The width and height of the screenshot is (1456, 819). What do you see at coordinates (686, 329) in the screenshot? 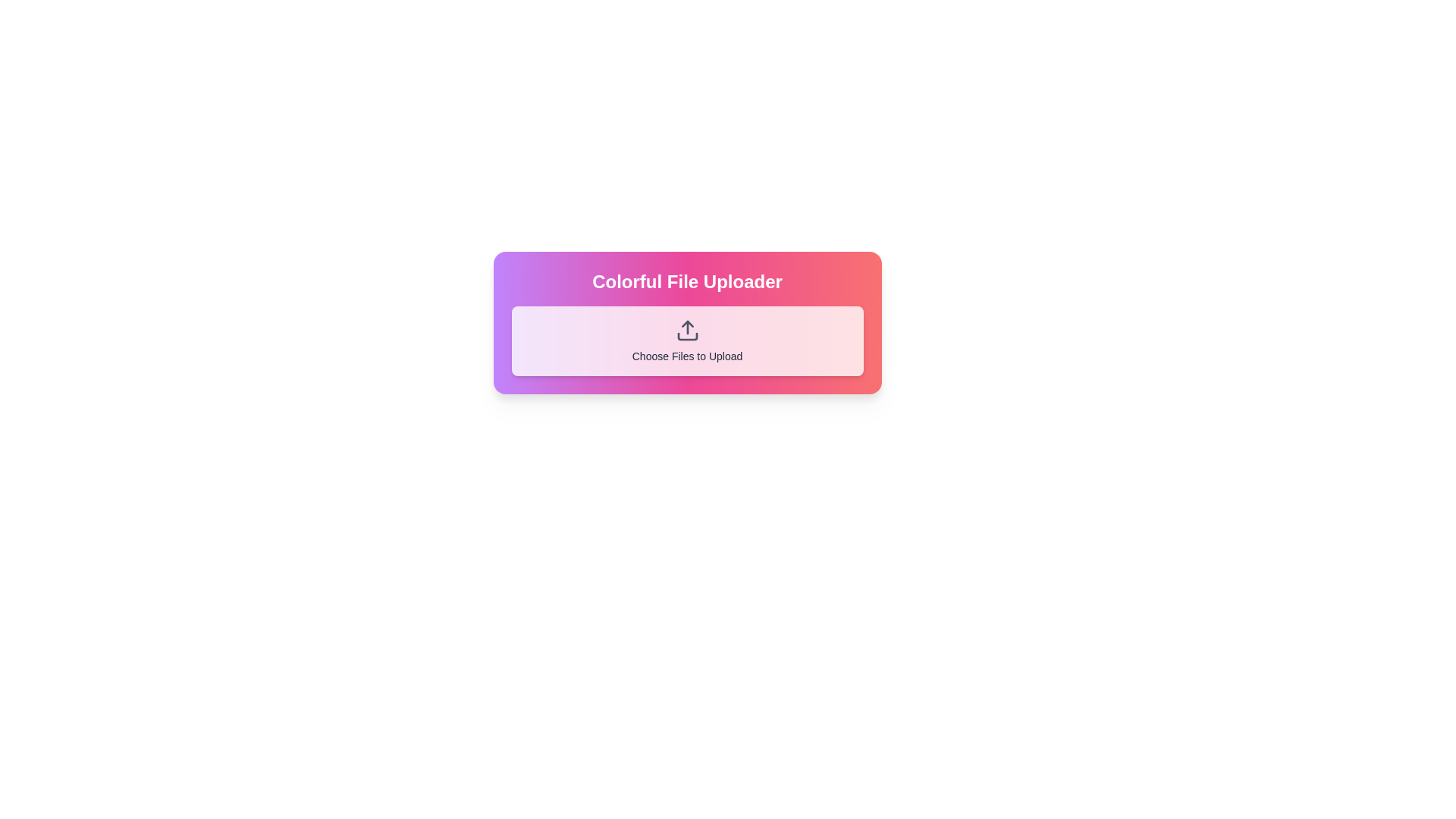
I see `the upload icon within the 'Choose Files to Upload' card, which visually indicates the upload functionality` at bounding box center [686, 329].